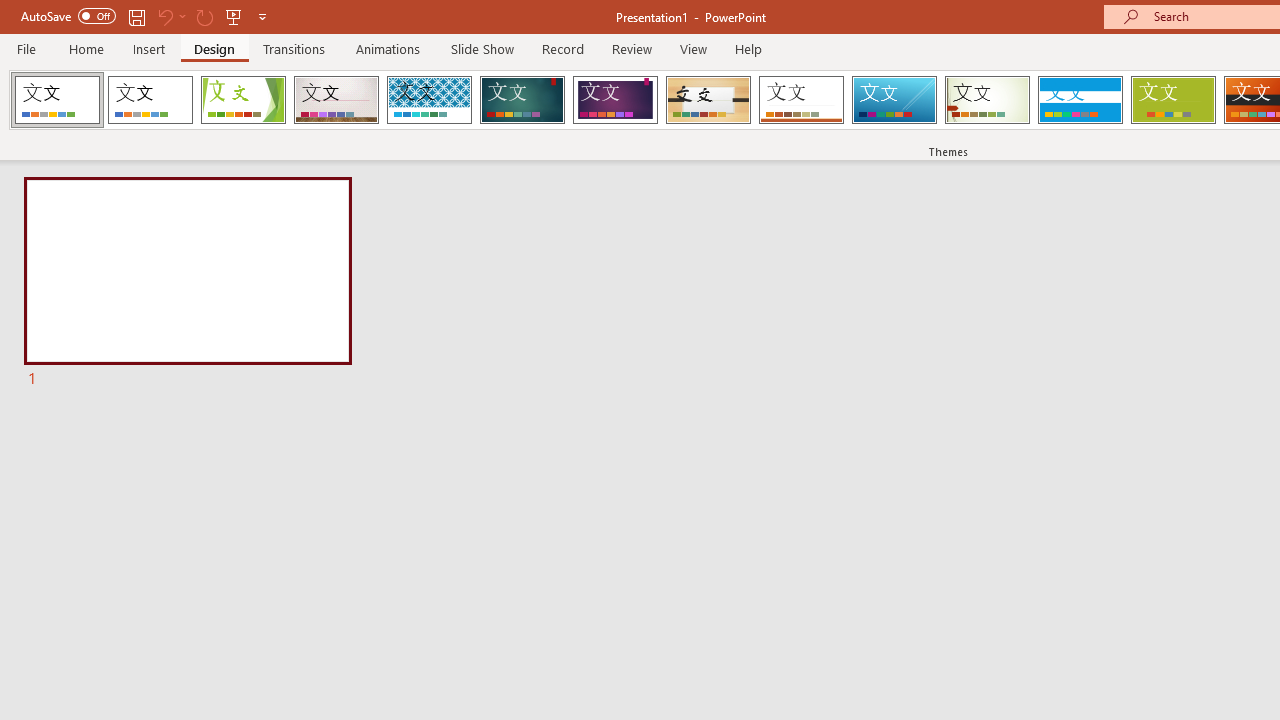  What do you see at coordinates (242, 100) in the screenshot?
I see `'Facet'` at bounding box center [242, 100].